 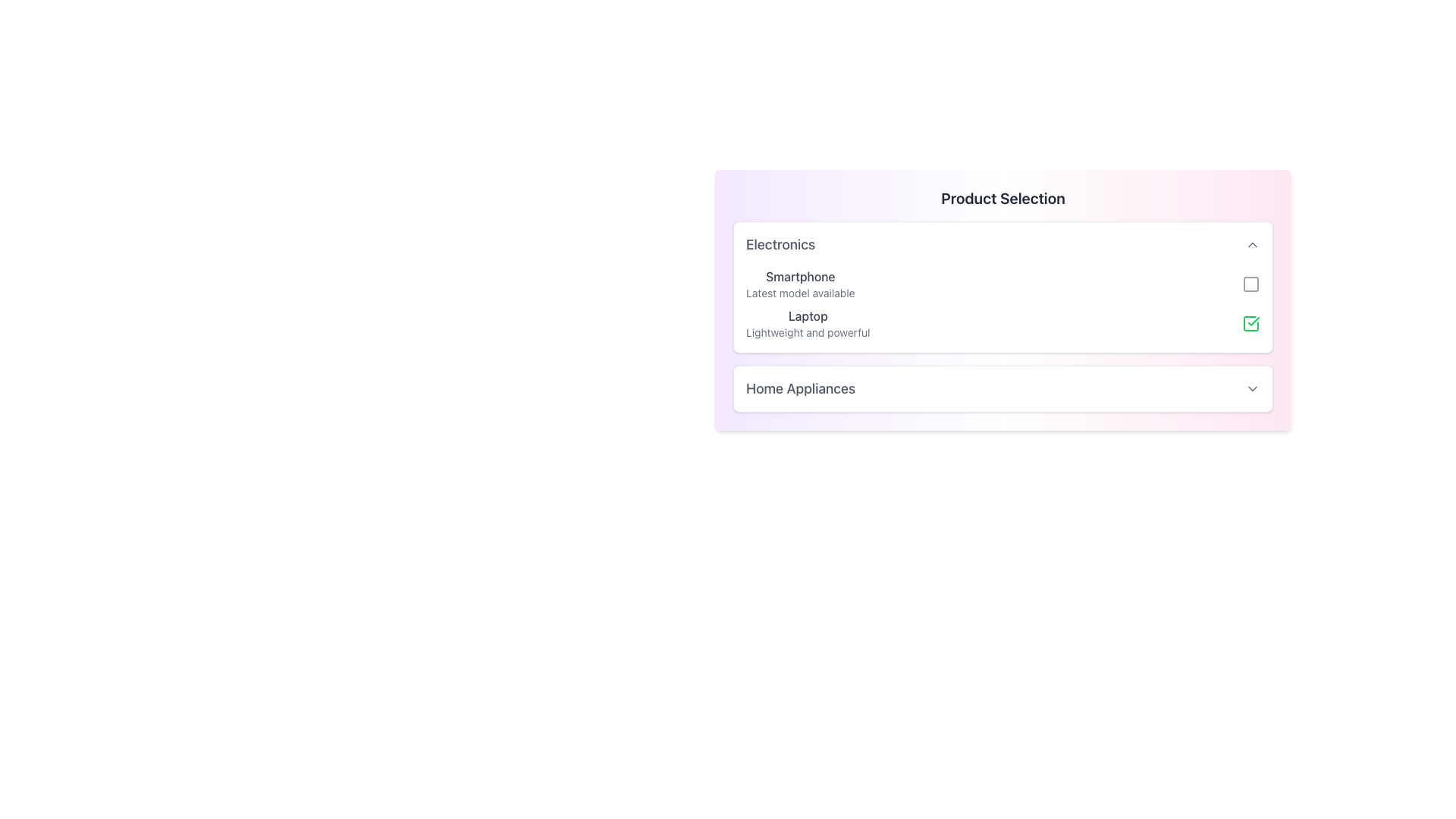 I want to click on the text display element labeled 'Smartphone' in the 'Electronics' section of the 'Product Selection' interface, so click(x=799, y=284).